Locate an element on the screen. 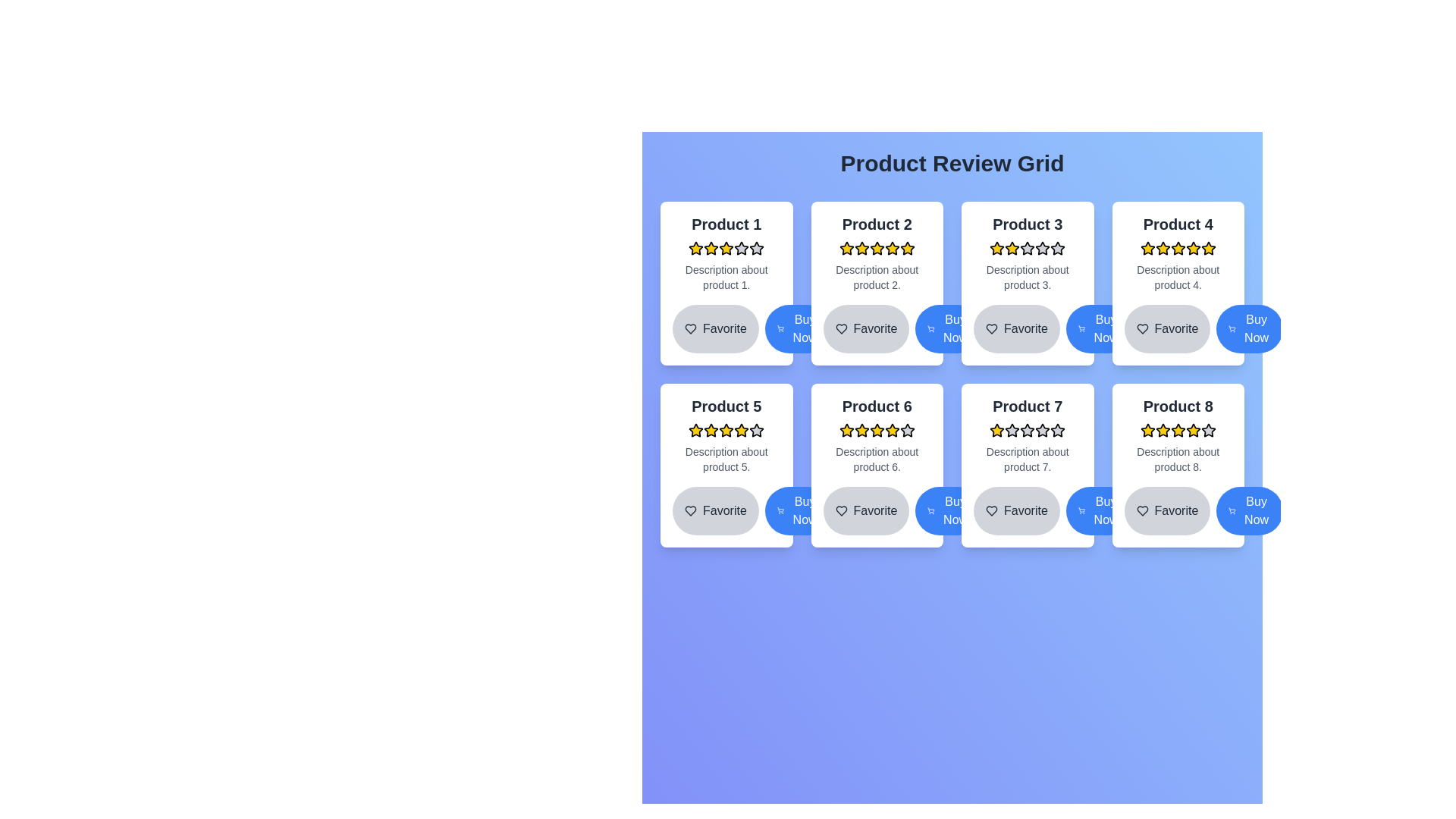 This screenshot has width=1456, height=819. the second button from the right in the second row of the product grid, located directly below the 'Favorite' button for Product 5 is located at coordinates (797, 511).